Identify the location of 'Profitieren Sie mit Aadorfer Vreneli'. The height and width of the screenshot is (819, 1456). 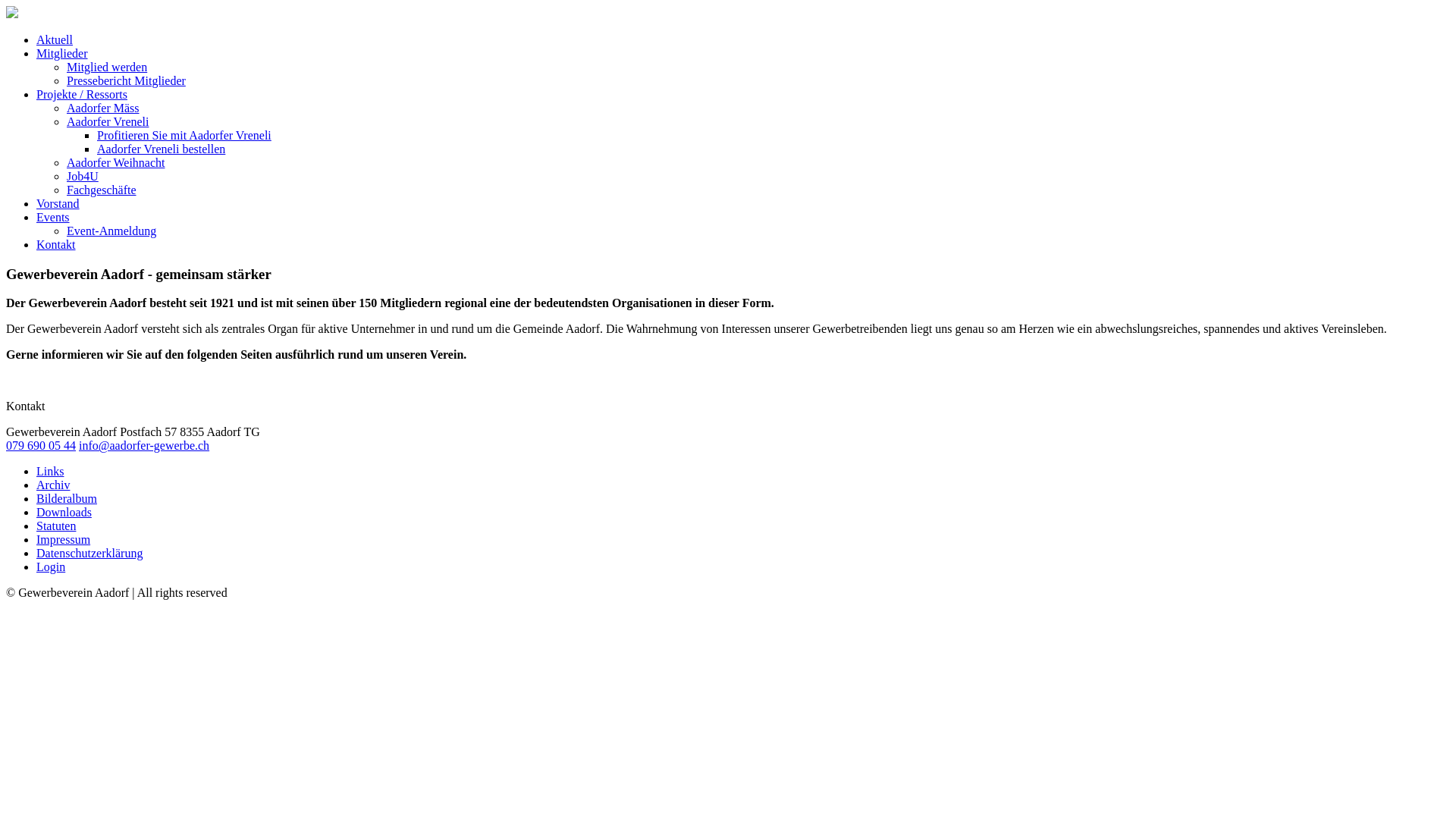
(184, 134).